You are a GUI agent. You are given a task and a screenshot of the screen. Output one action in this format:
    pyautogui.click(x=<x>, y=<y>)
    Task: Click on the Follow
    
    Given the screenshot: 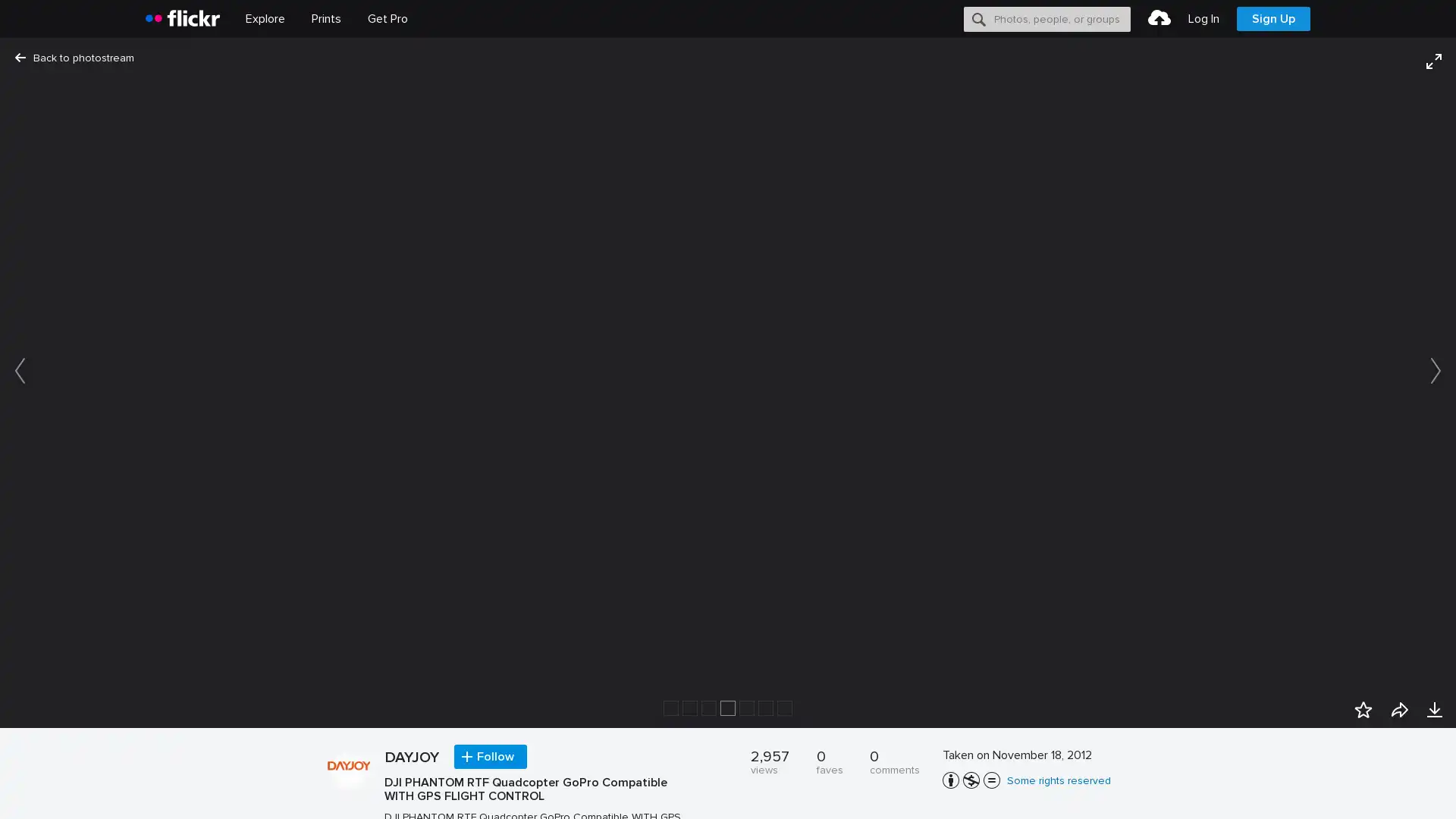 What is the action you would take?
    pyautogui.click(x=491, y=757)
    